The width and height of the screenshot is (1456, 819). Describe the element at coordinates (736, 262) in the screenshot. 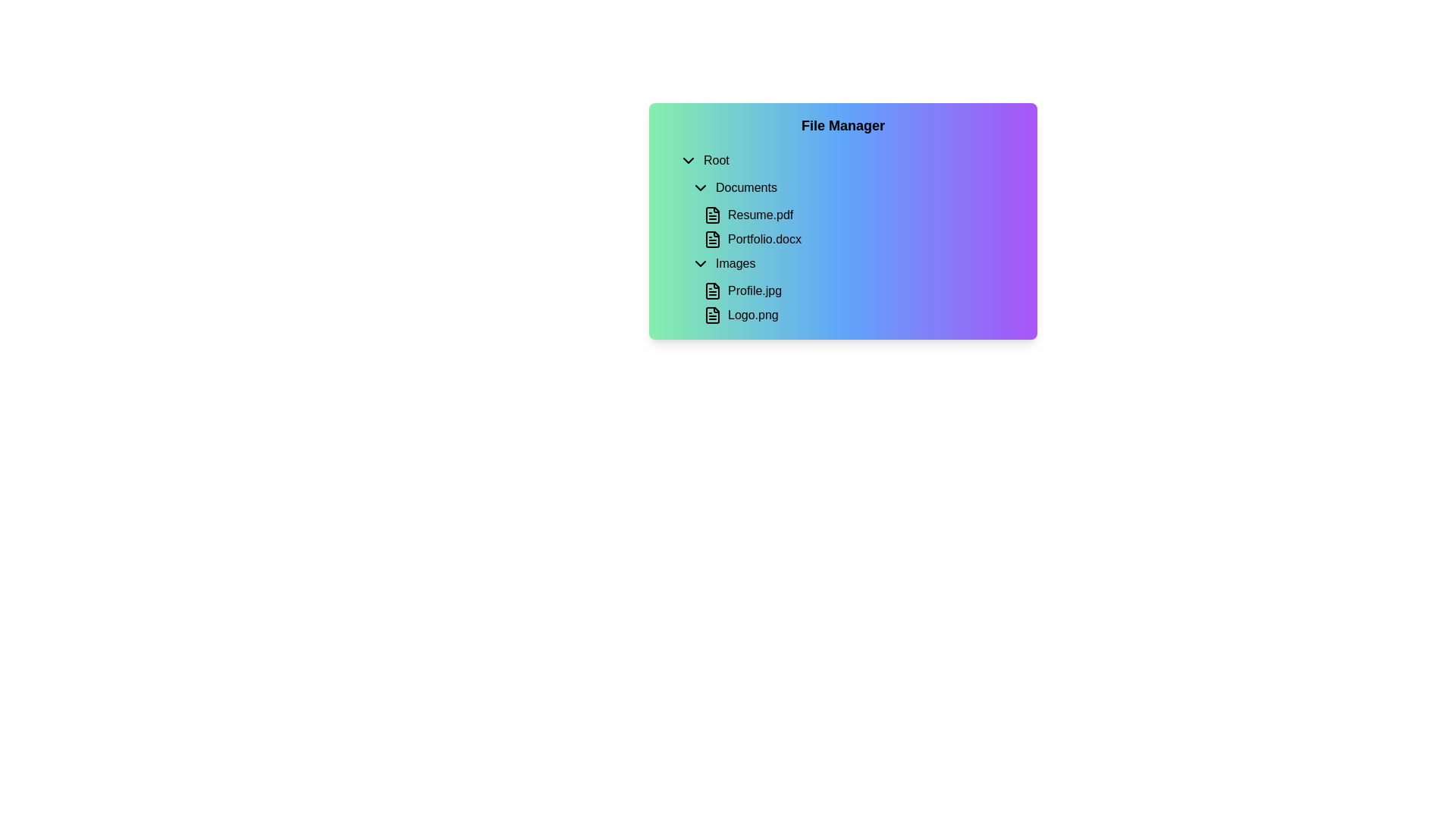

I see `the text label representing the folder named 'Images'` at that location.